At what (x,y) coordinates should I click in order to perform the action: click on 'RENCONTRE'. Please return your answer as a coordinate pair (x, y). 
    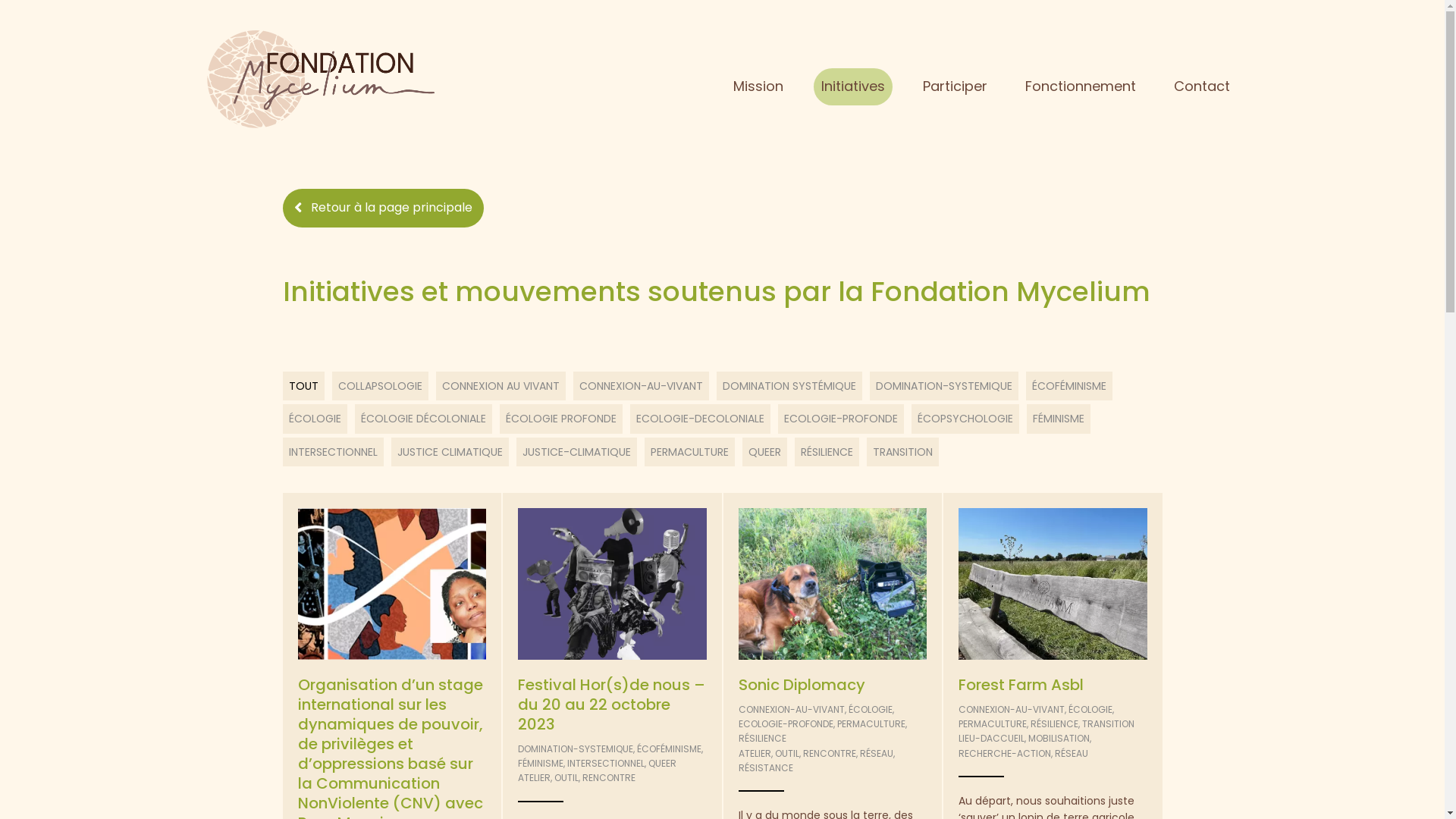
    Looking at the image, I should click on (828, 753).